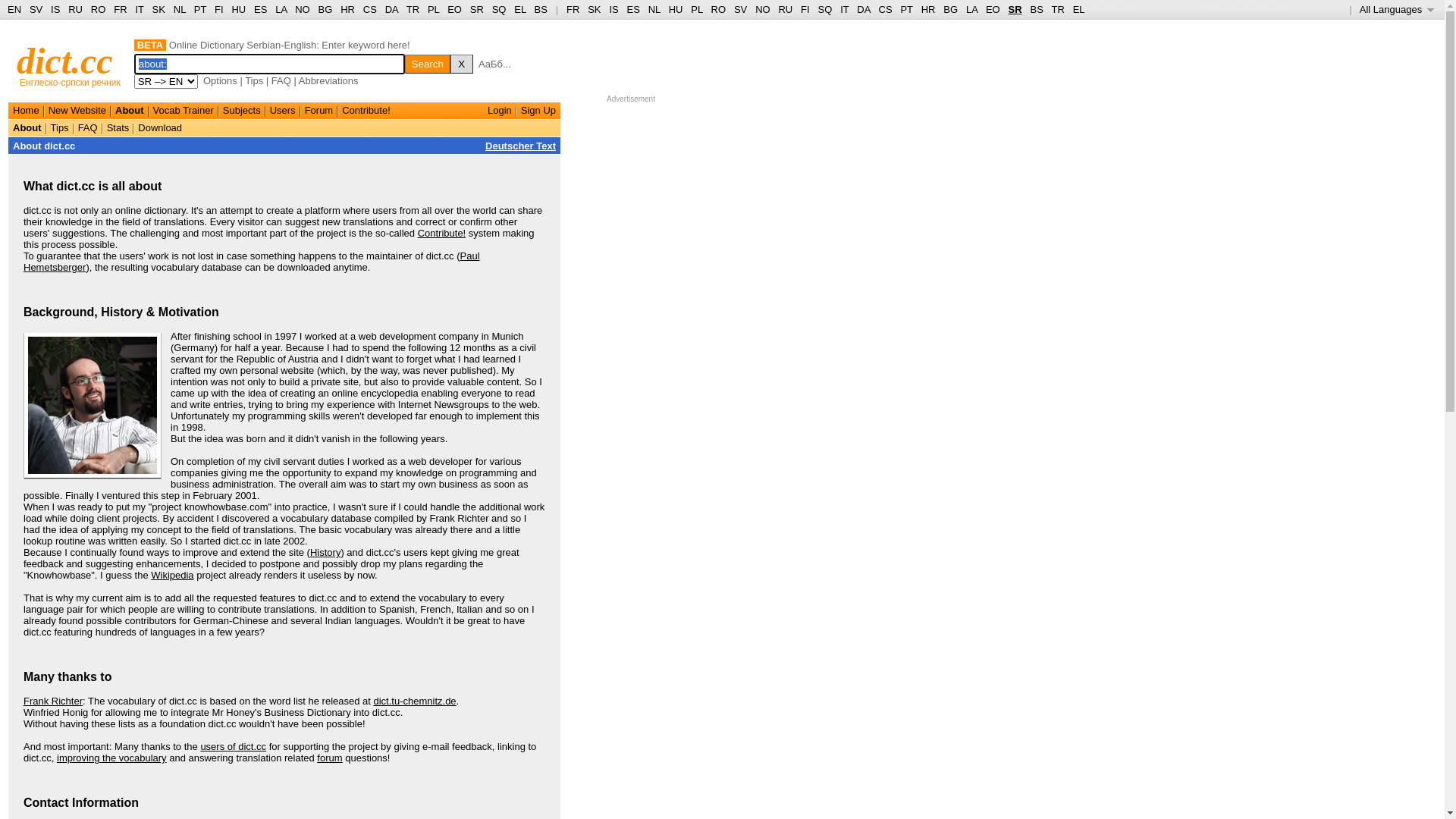  What do you see at coordinates (26, 109) in the screenshot?
I see `'Home'` at bounding box center [26, 109].